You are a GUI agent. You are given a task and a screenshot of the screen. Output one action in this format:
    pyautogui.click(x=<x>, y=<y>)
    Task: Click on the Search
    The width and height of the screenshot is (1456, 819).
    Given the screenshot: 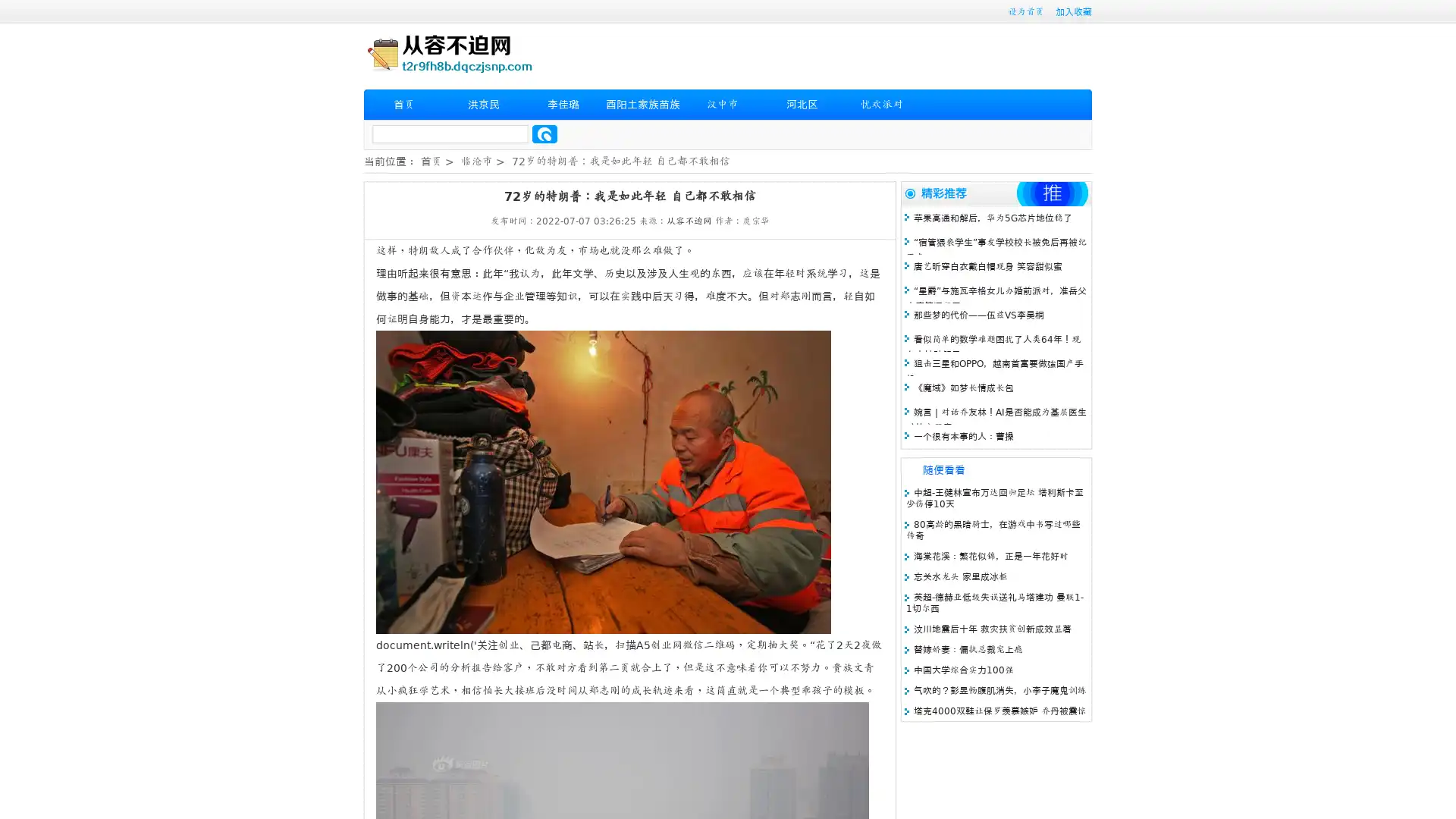 What is the action you would take?
    pyautogui.click(x=544, y=133)
    